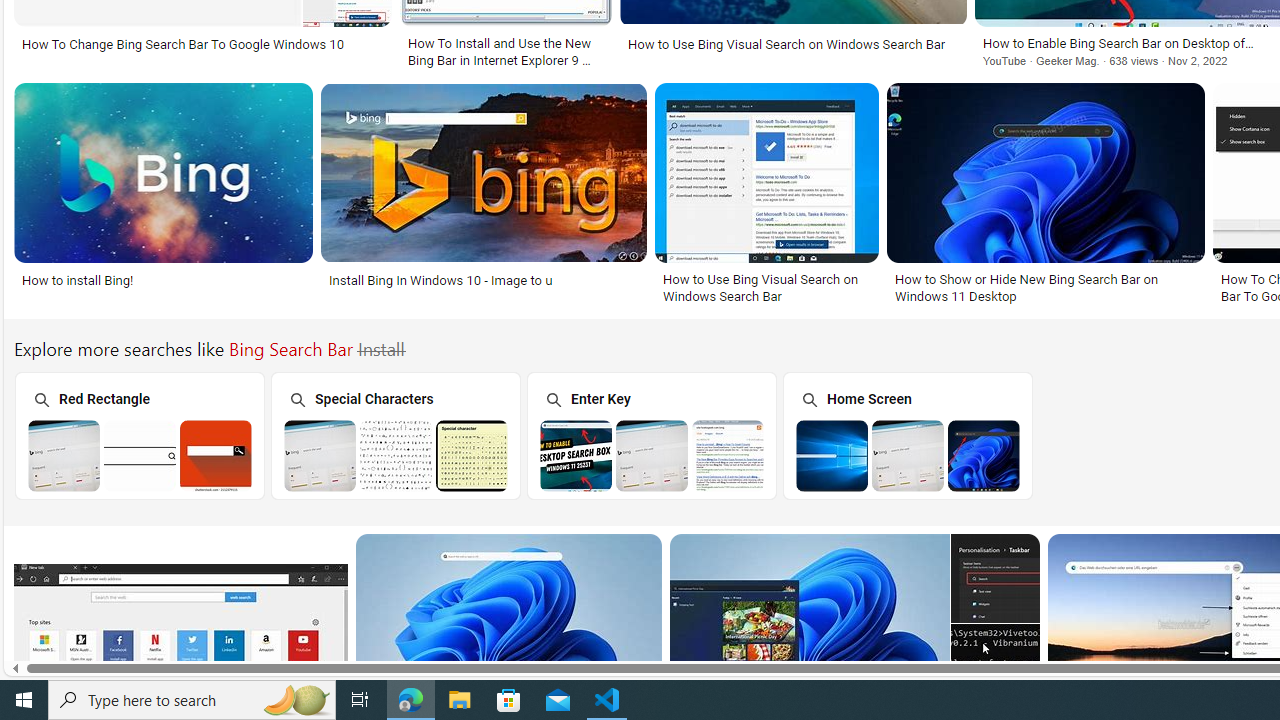 The height and width of the screenshot is (720, 1280). I want to click on 'Special Characters', so click(395, 434).